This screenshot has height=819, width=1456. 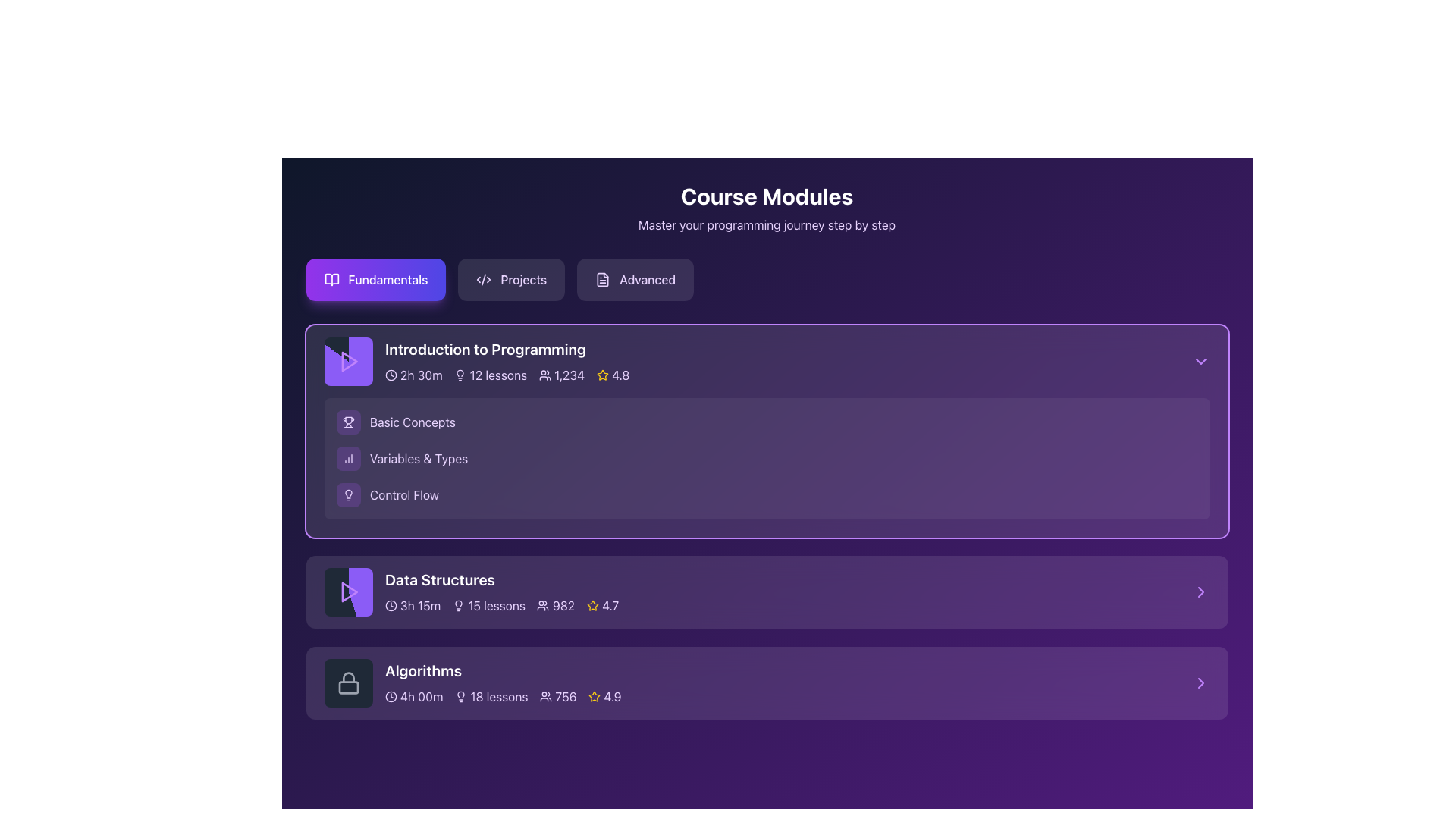 I want to click on the Play icon (triangular button) located in the 'Data Structures' module card, so click(x=348, y=591).